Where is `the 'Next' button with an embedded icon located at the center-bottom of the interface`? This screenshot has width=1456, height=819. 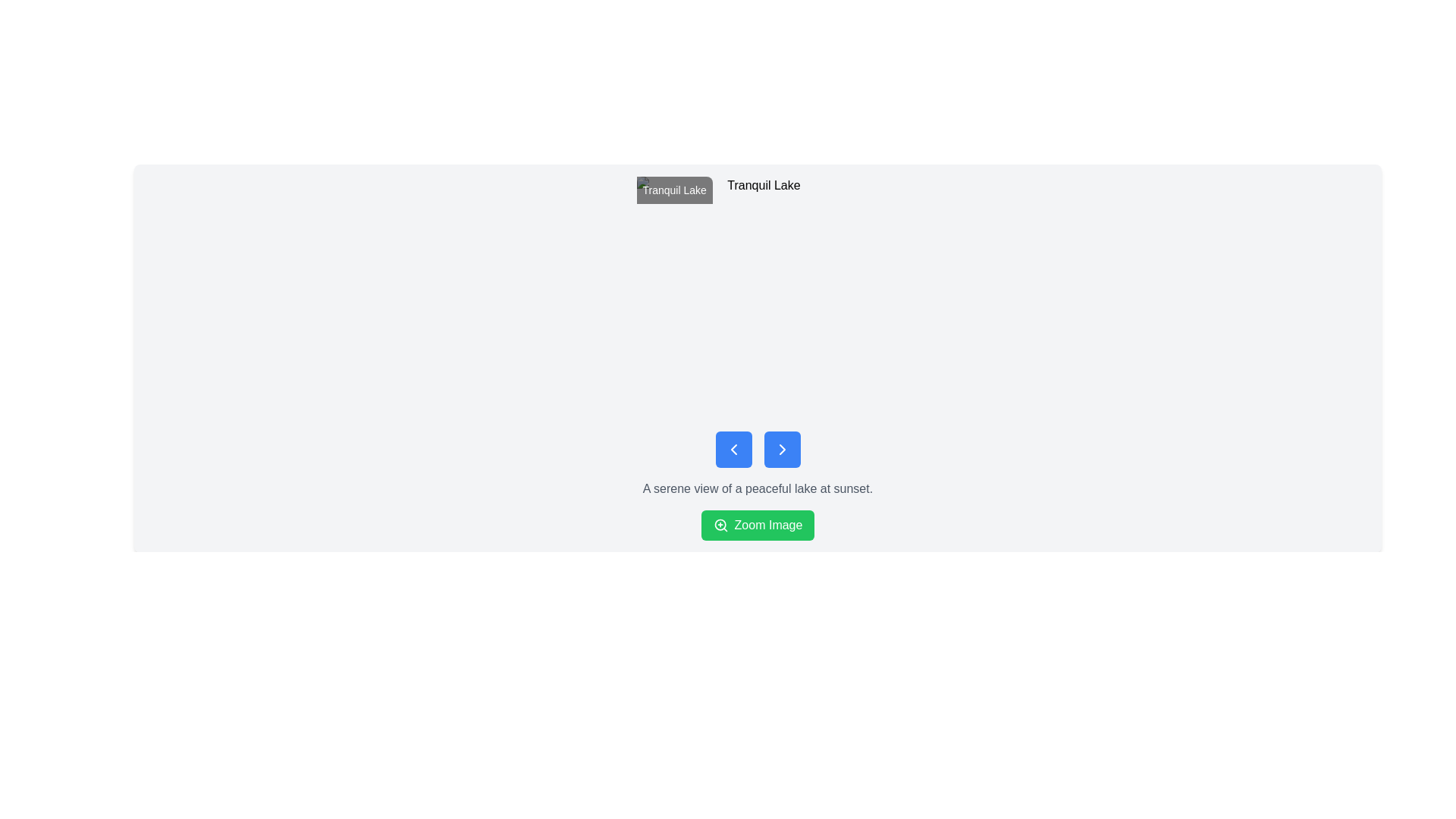 the 'Next' button with an embedded icon located at the center-bottom of the interface is located at coordinates (782, 449).